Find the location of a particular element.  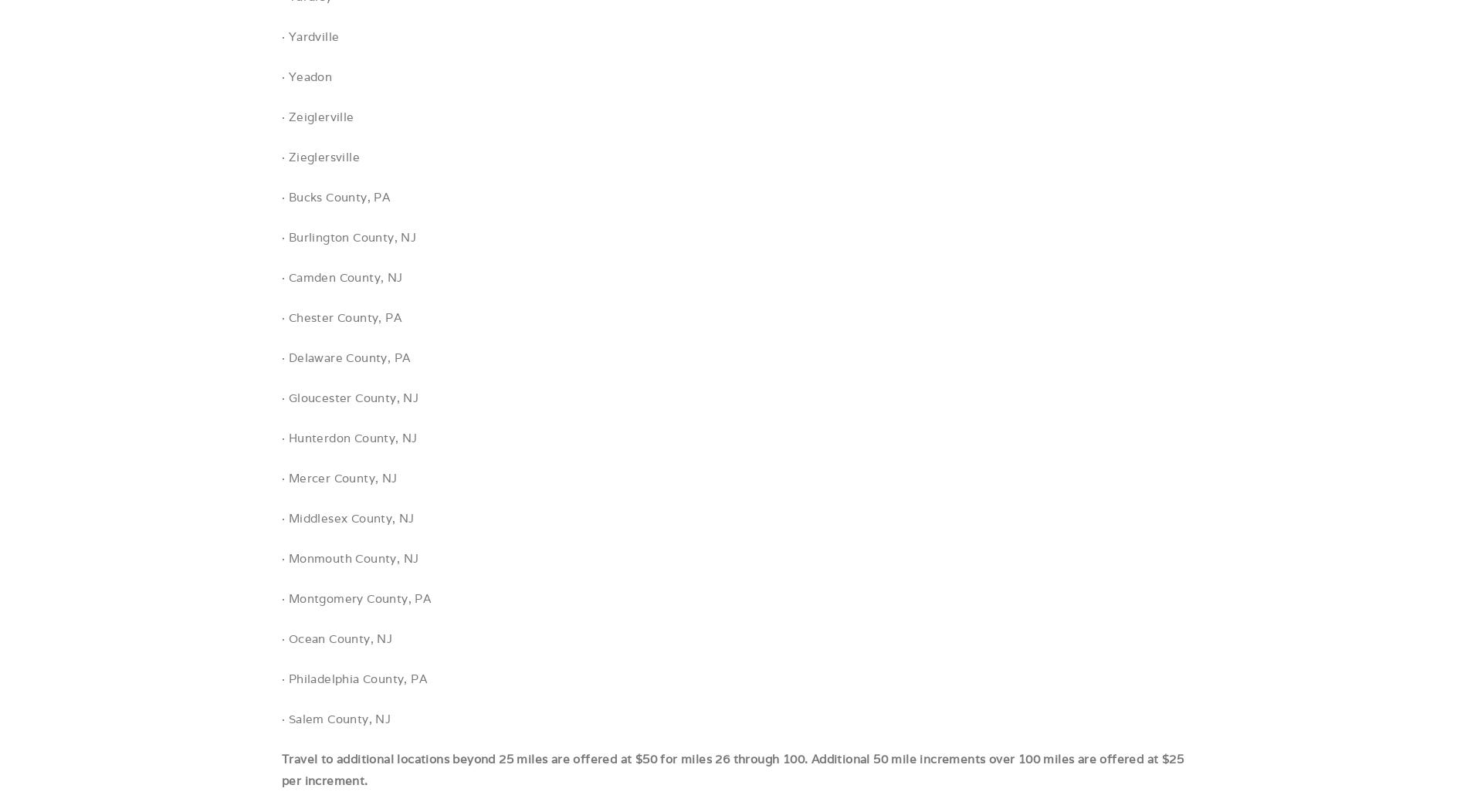

'· Middlesex County, NJ' is located at coordinates (347, 517).